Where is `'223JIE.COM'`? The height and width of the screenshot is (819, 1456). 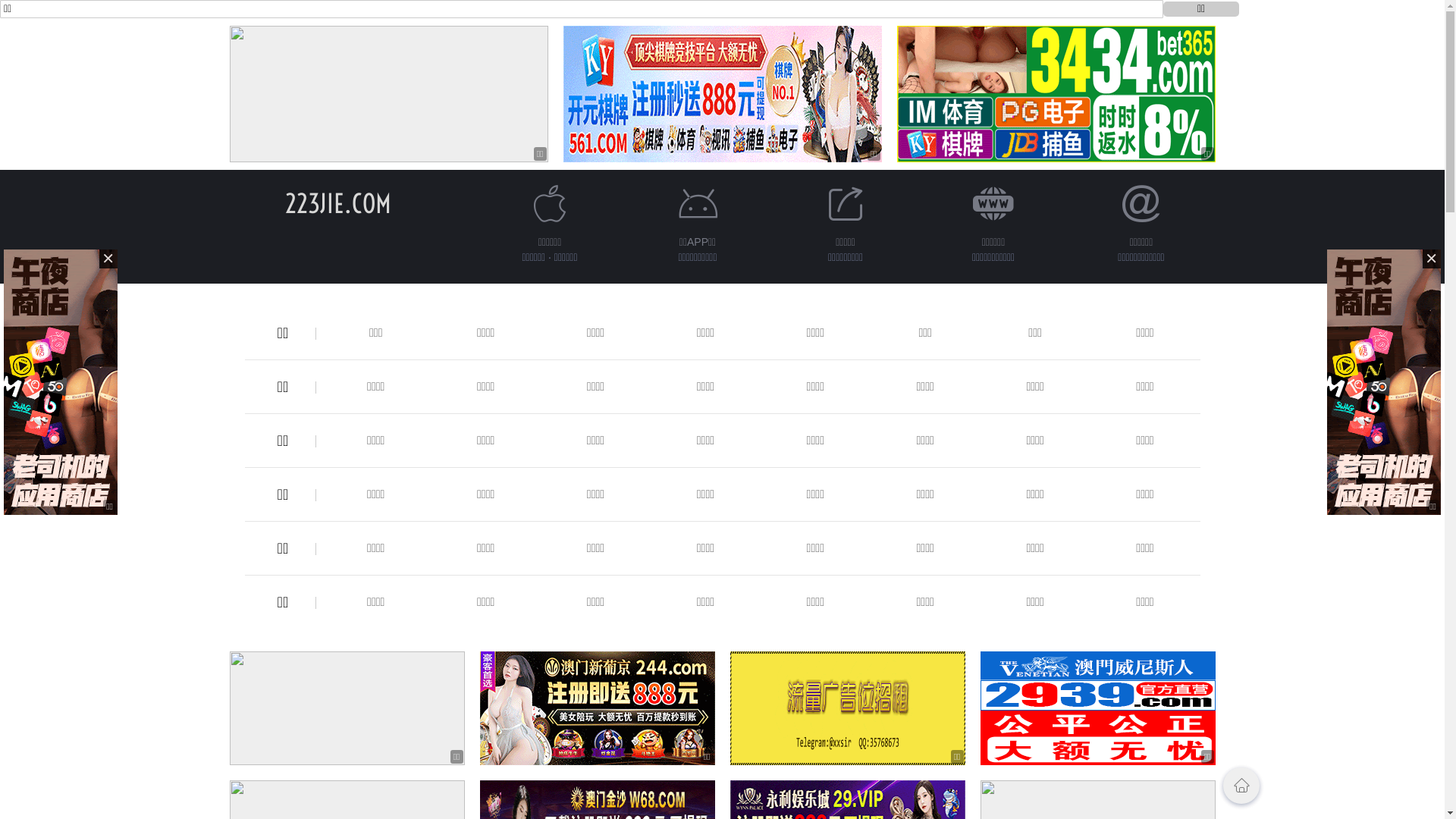
'223JIE.COM' is located at coordinates (284, 202).